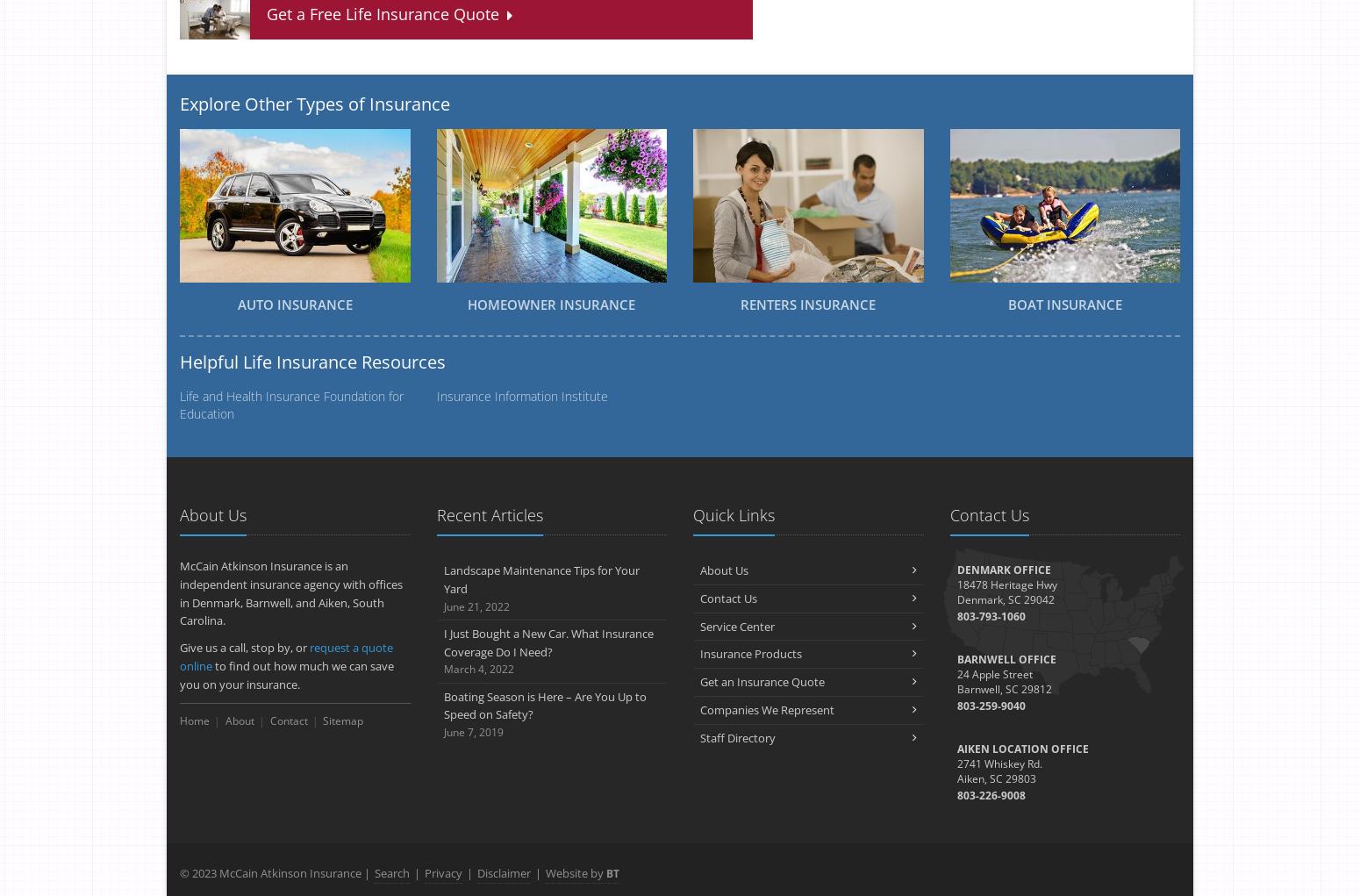 This screenshot has width=1360, height=896. Describe the element at coordinates (179, 656) in the screenshot. I see `'request a quote online'` at that location.